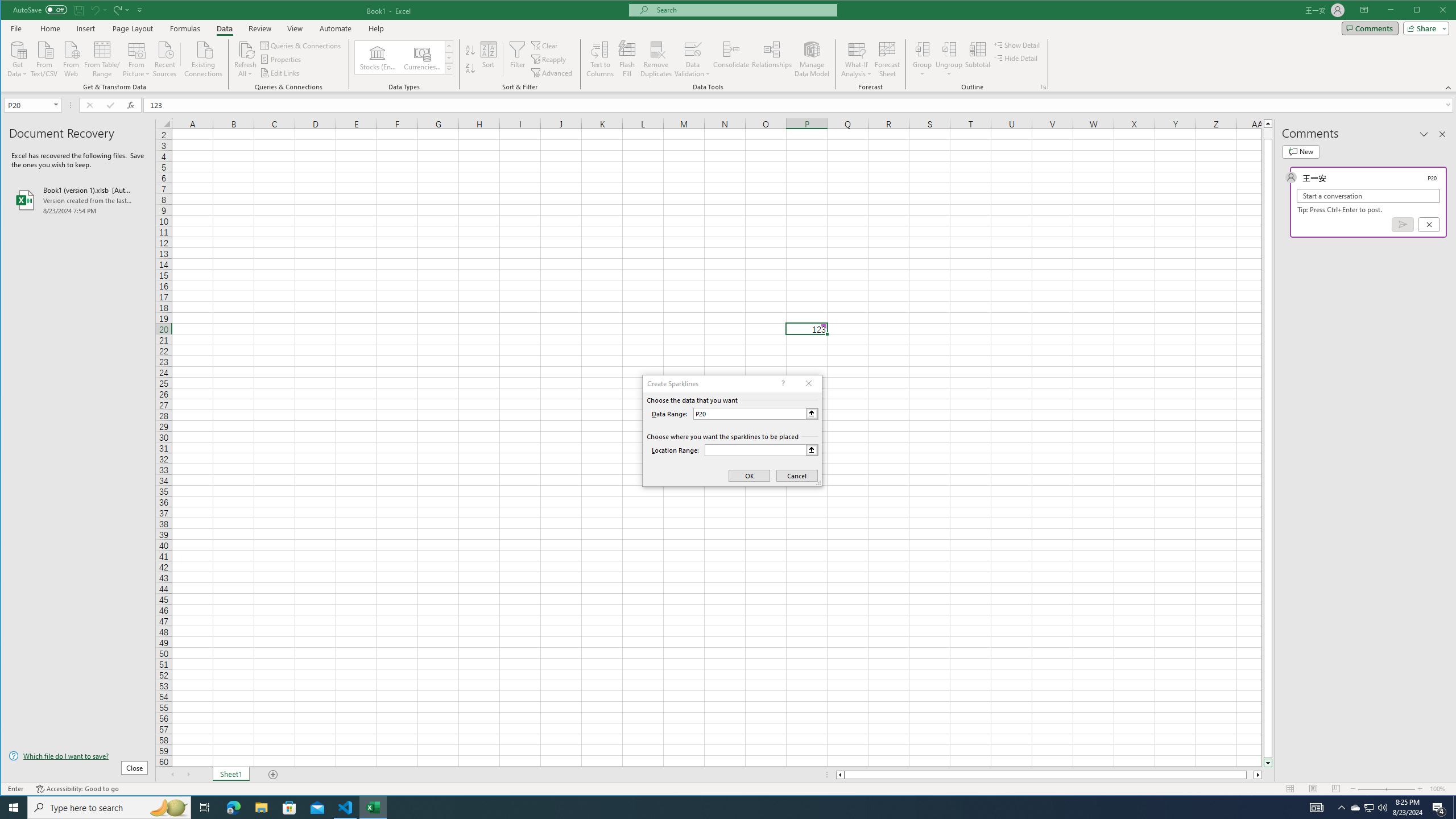 The height and width of the screenshot is (819, 1456). What do you see at coordinates (470, 49) in the screenshot?
I see `'Sort Smallest to Largest'` at bounding box center [470, 49].